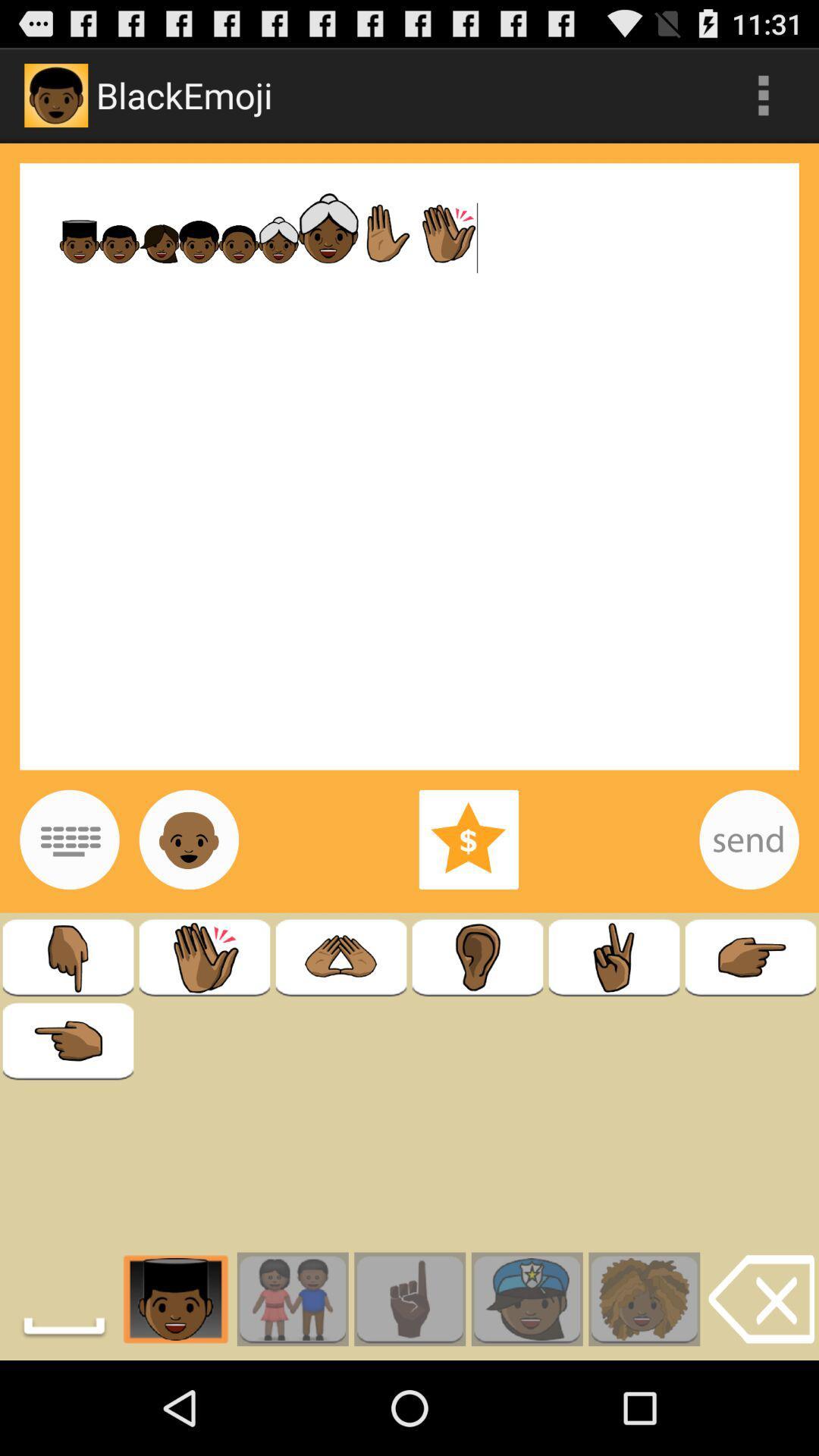 This screenshot has width=819, height=1456. I want to click on keswiftkey, so click(69, 839).